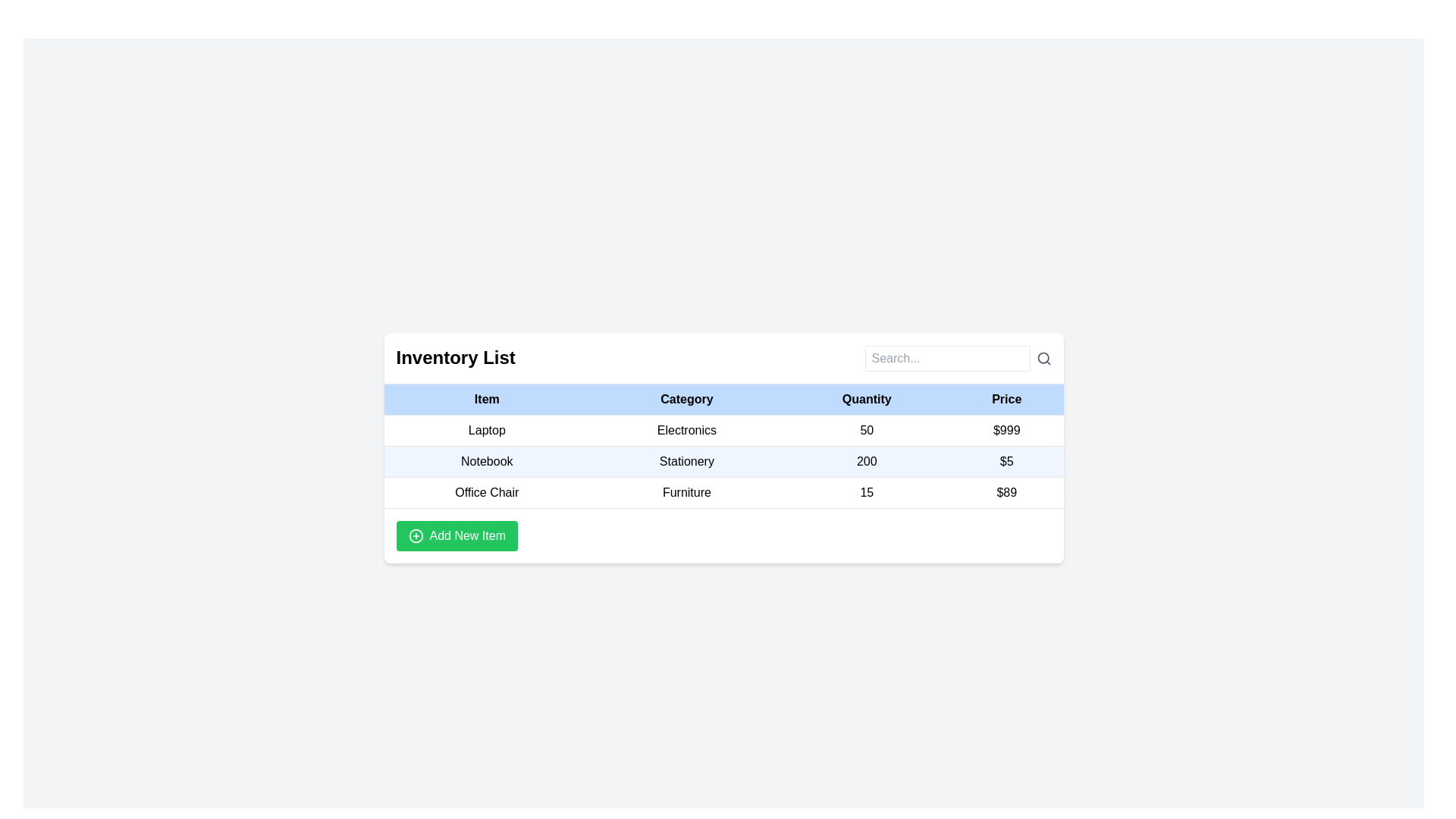 The width and height of the screenshot is (1456, 819). I want to click on text content of the 'Electronics' label, which is a black text on a white background, located in the second column of the first data row of the inventory table, so click(686, 430).